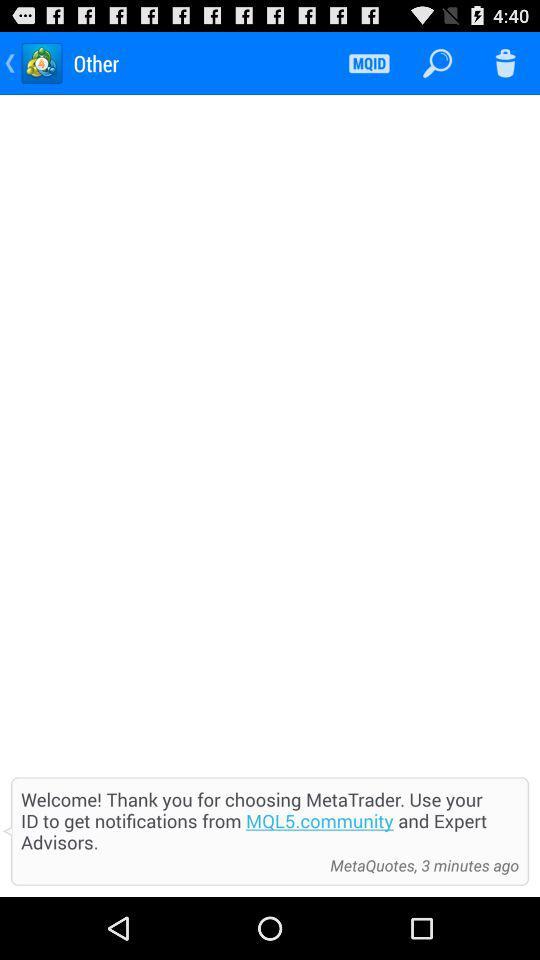  Describe the element at coordinates (170, 864) in the screenshot. I see `the icon at the bottom left corner` at that location.